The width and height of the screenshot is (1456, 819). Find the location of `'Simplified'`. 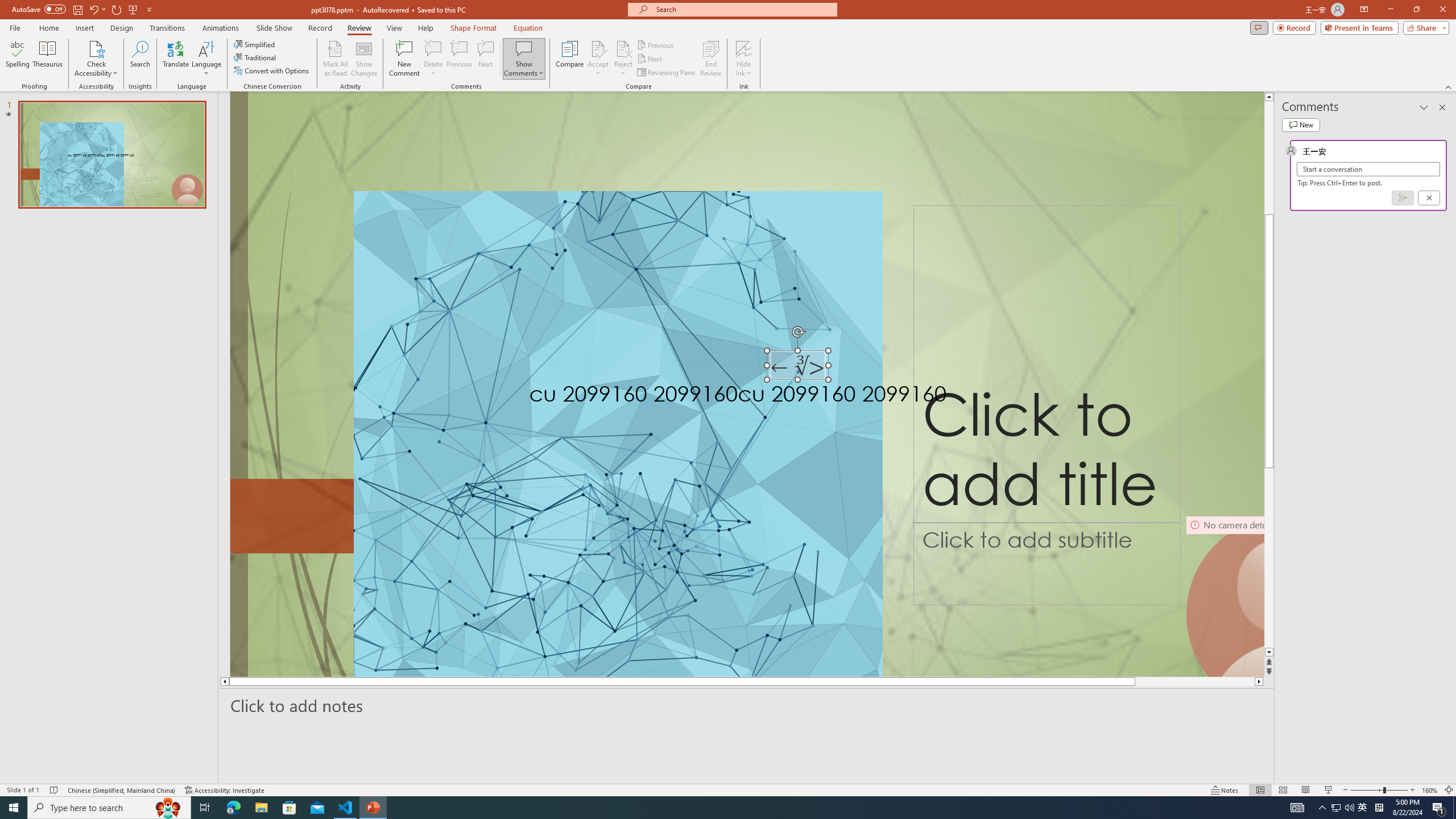

'Simplified' is located at coordinates (255, 44).